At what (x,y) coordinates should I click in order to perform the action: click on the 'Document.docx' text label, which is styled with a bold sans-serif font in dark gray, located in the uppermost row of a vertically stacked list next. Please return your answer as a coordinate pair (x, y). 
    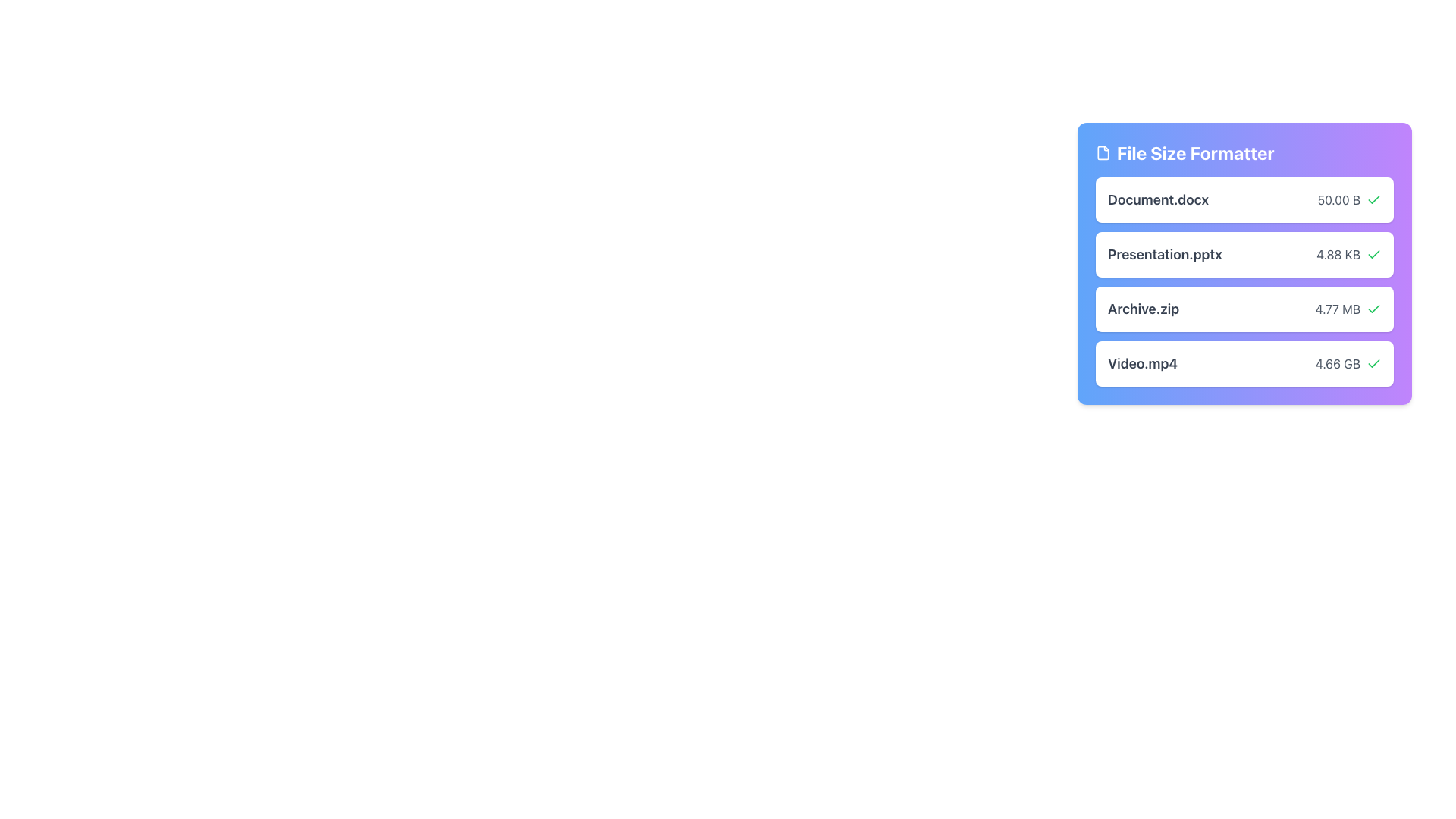
    Looking at the image, I should click on (1157, 199).